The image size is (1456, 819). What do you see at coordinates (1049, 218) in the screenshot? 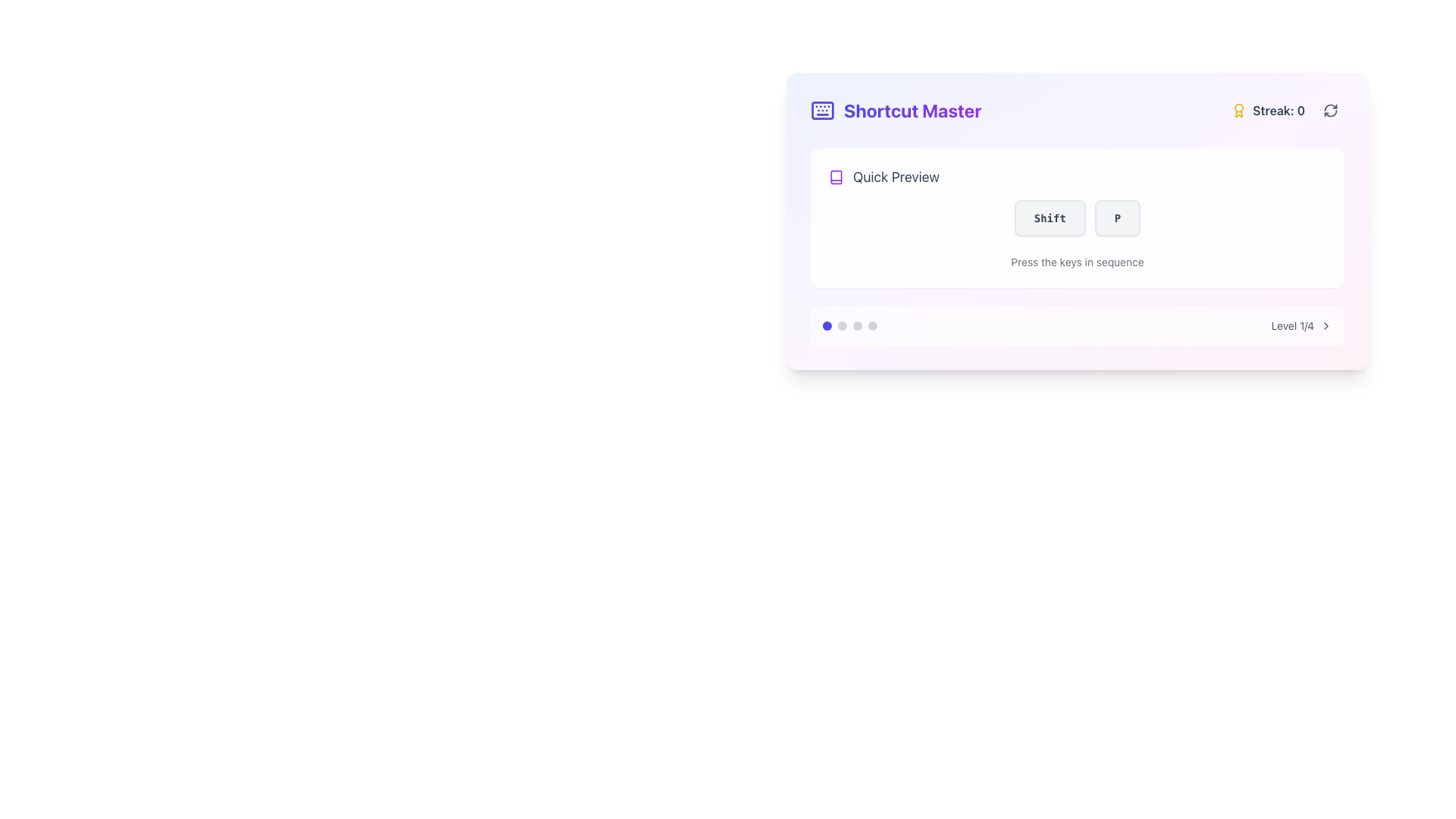
I see `the 'Shift' button` at bounding box center [1049, 218].